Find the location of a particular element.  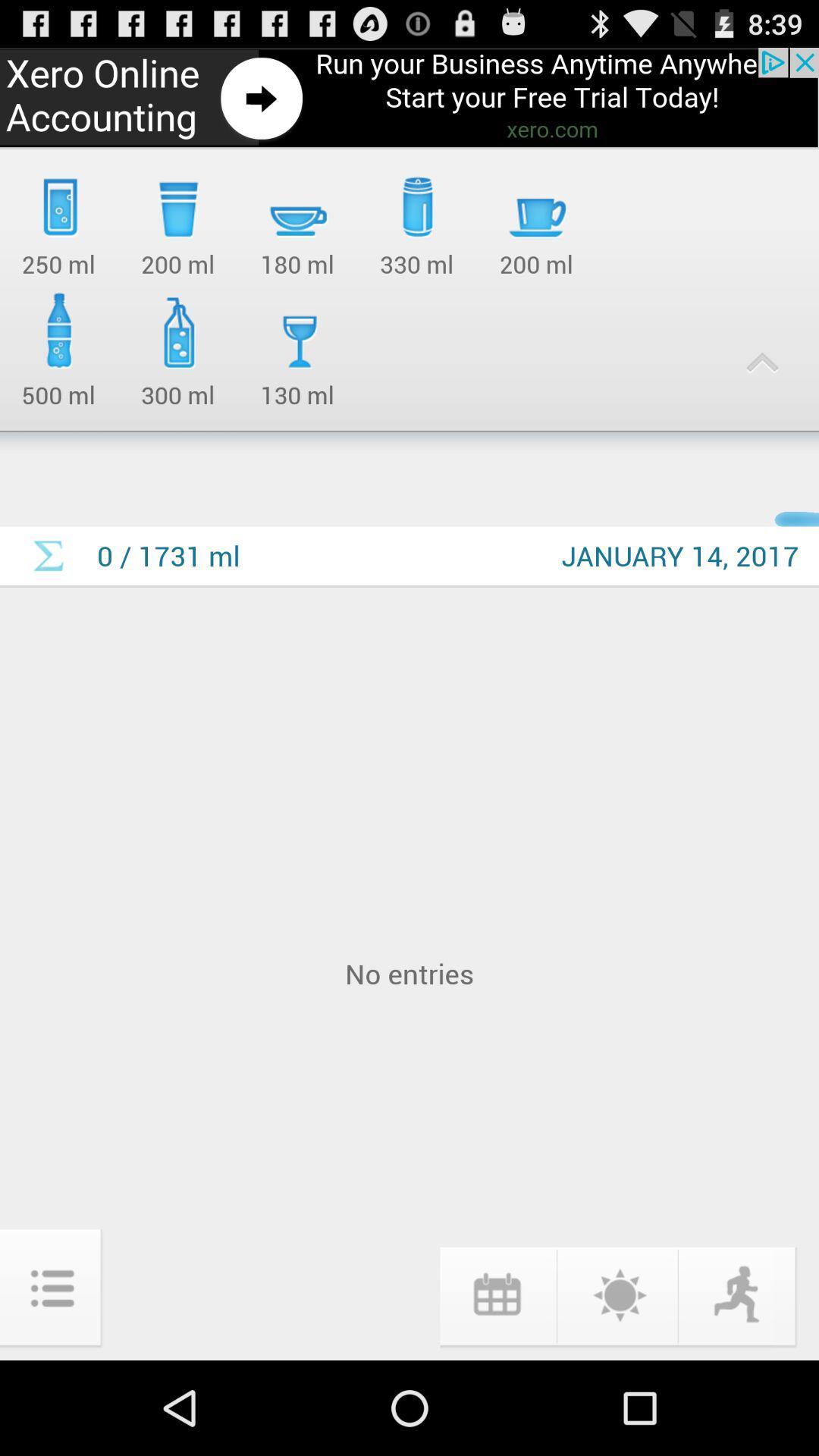

the avatar icon is located at coordinates (738, 1385).